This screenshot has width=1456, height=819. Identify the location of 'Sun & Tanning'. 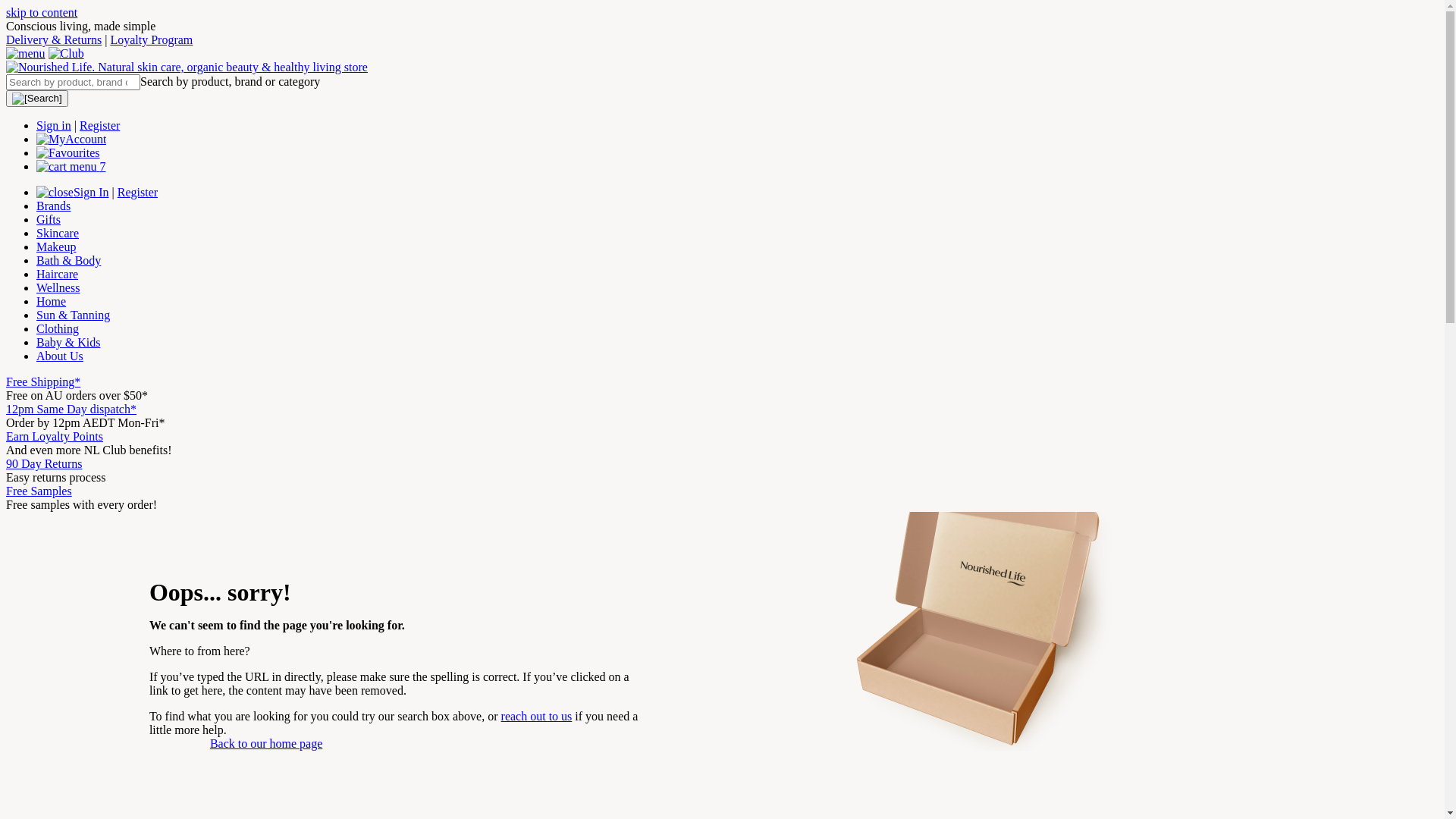
(72, 314).